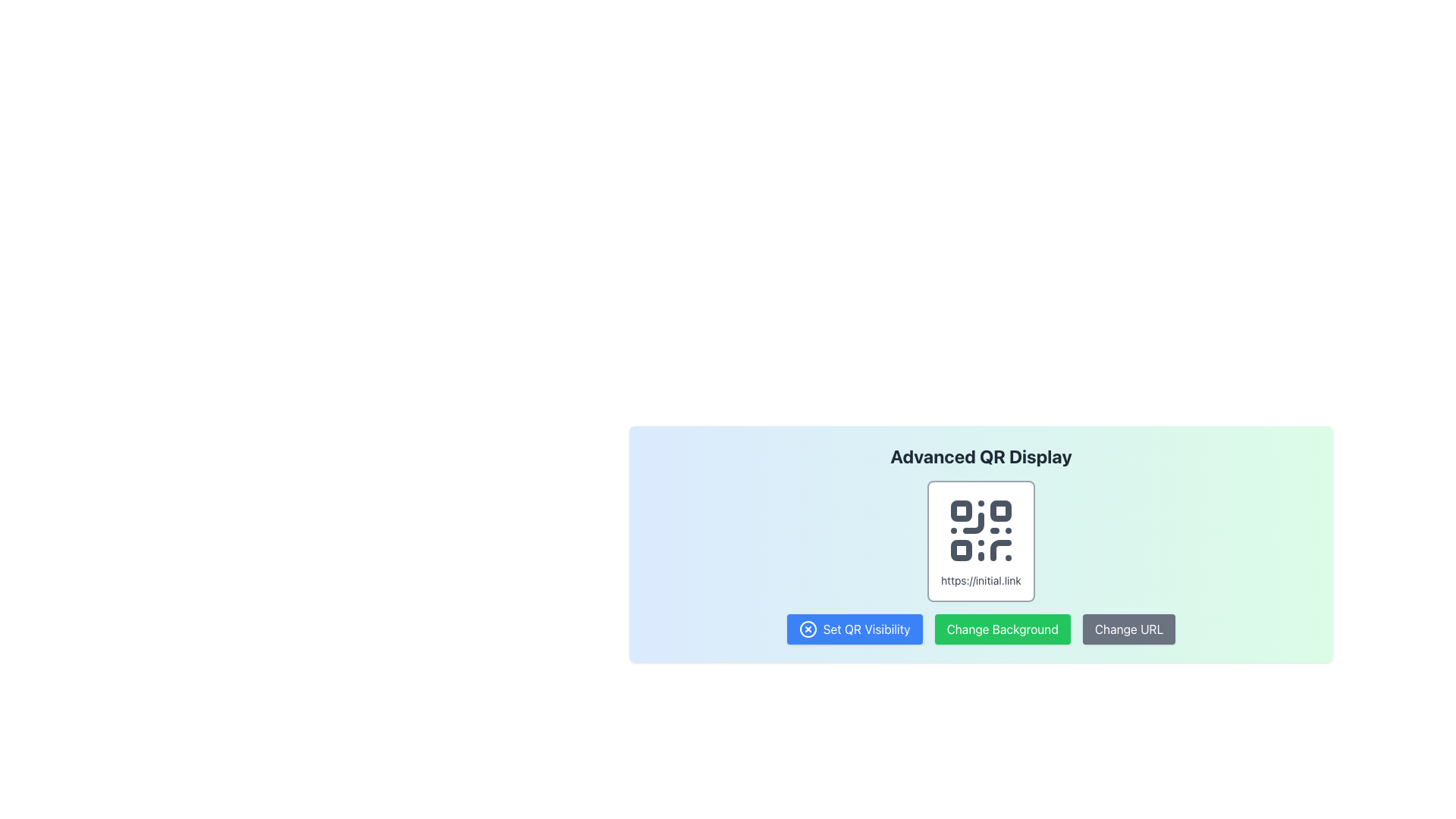  Describe the element at coordinates (981, 629) in the screenshot. I see `the button that allows users to change the background of the displayed QR code, located between the 'Set QR Visibility' button and the 'Change URL' button in the 'Advanced QR Display' panel` at that location.